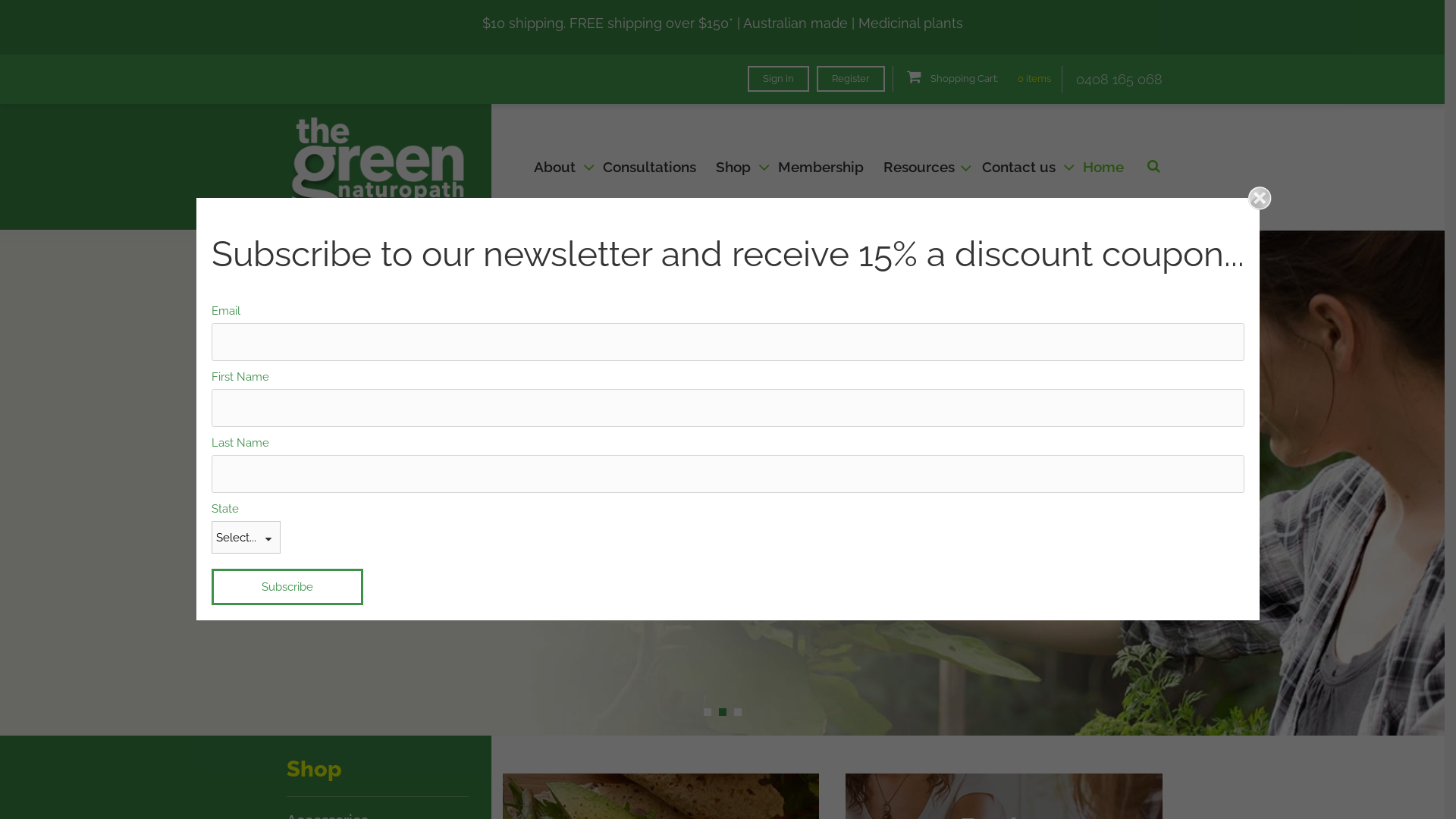 The image size is (1456, 819). What do you see at coordinates (557, 166) in the screenshot?
I see `'About'` at bounding box center [557, 166].